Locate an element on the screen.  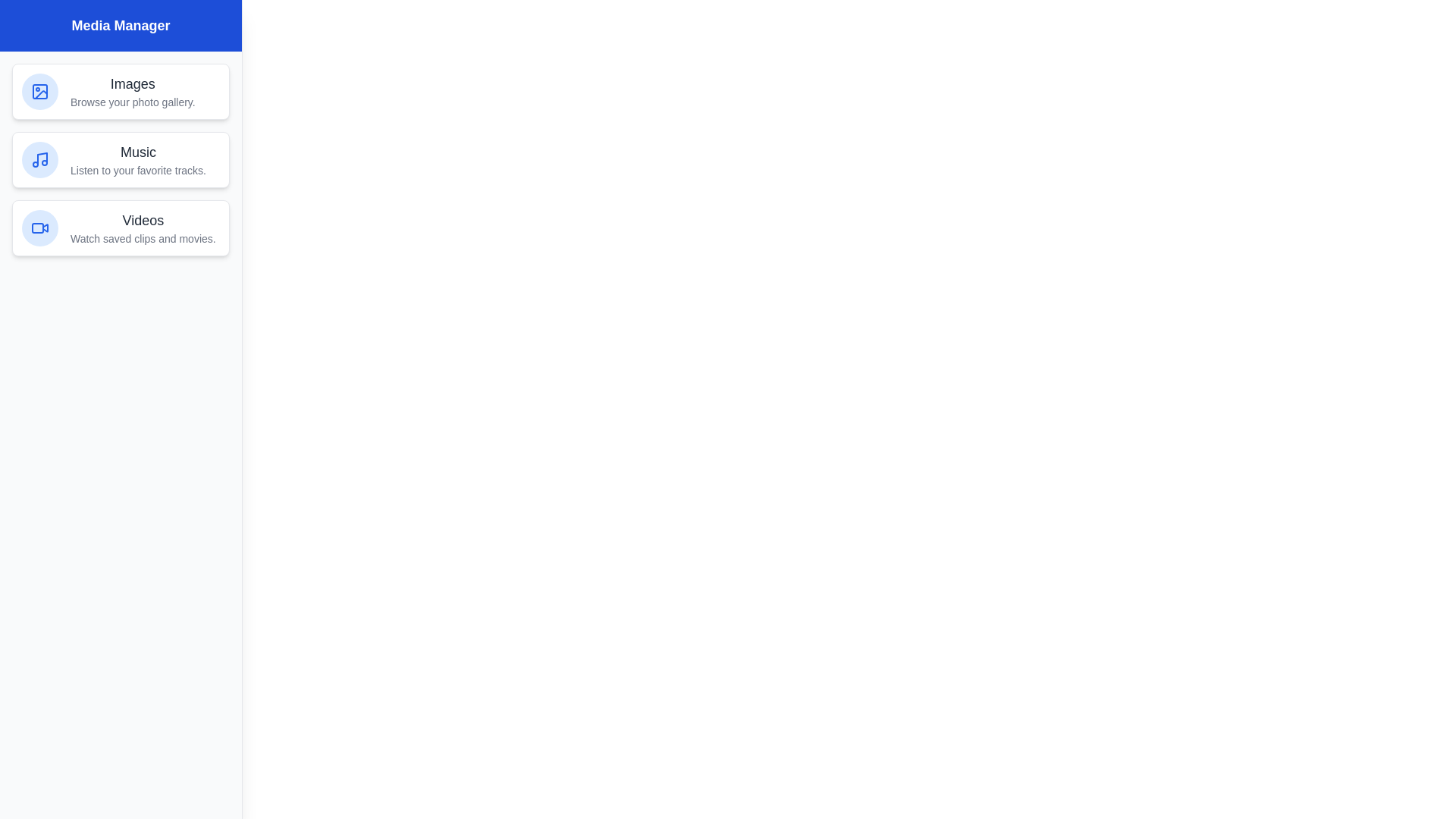
the icon of the Videos media section is located at coordinates (39, 227).